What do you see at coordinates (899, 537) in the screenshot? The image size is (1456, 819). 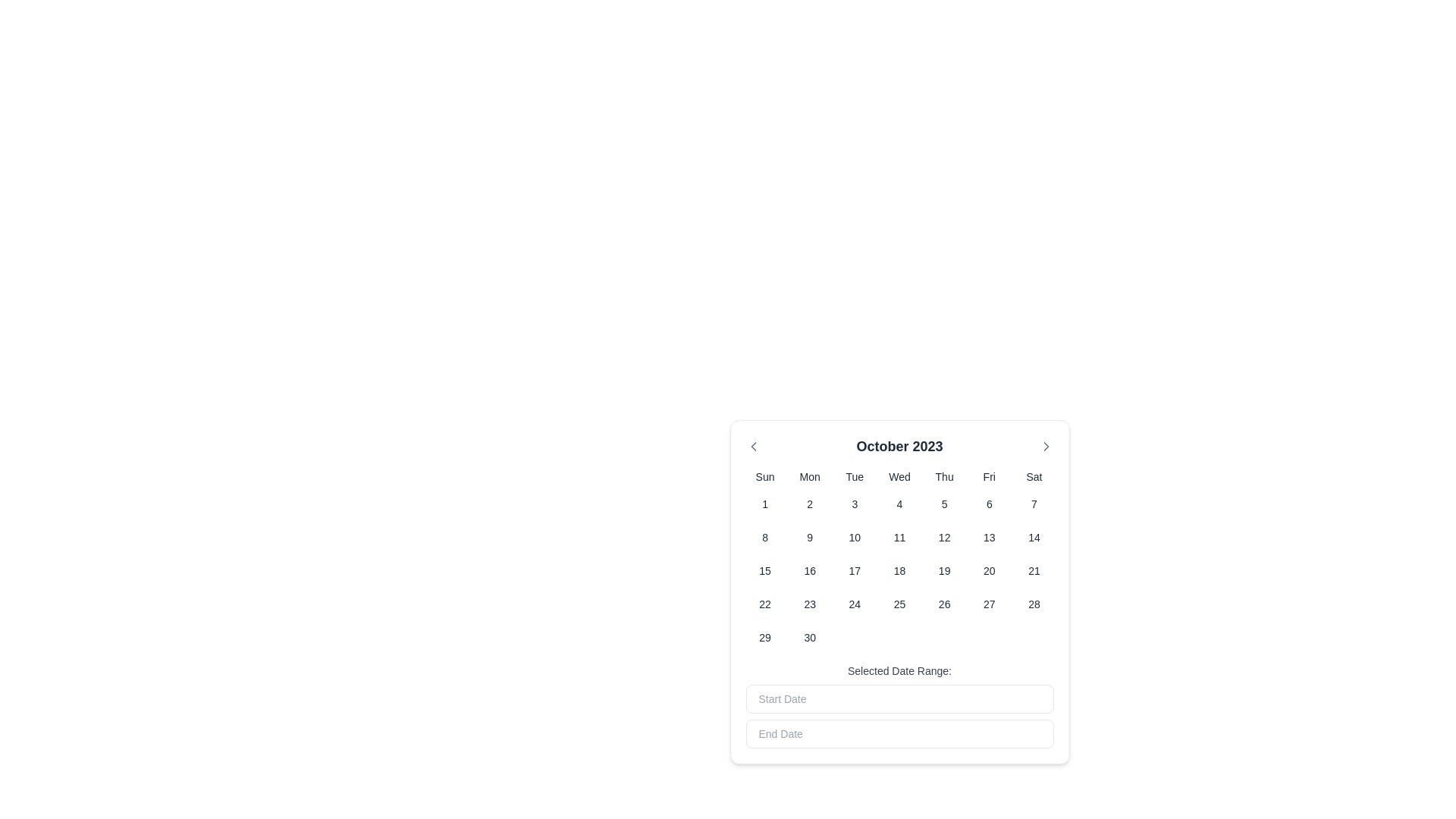 I see `the date button representing '11' in the calendar located in the third row and fourth column` at bounding box center [899, 537].